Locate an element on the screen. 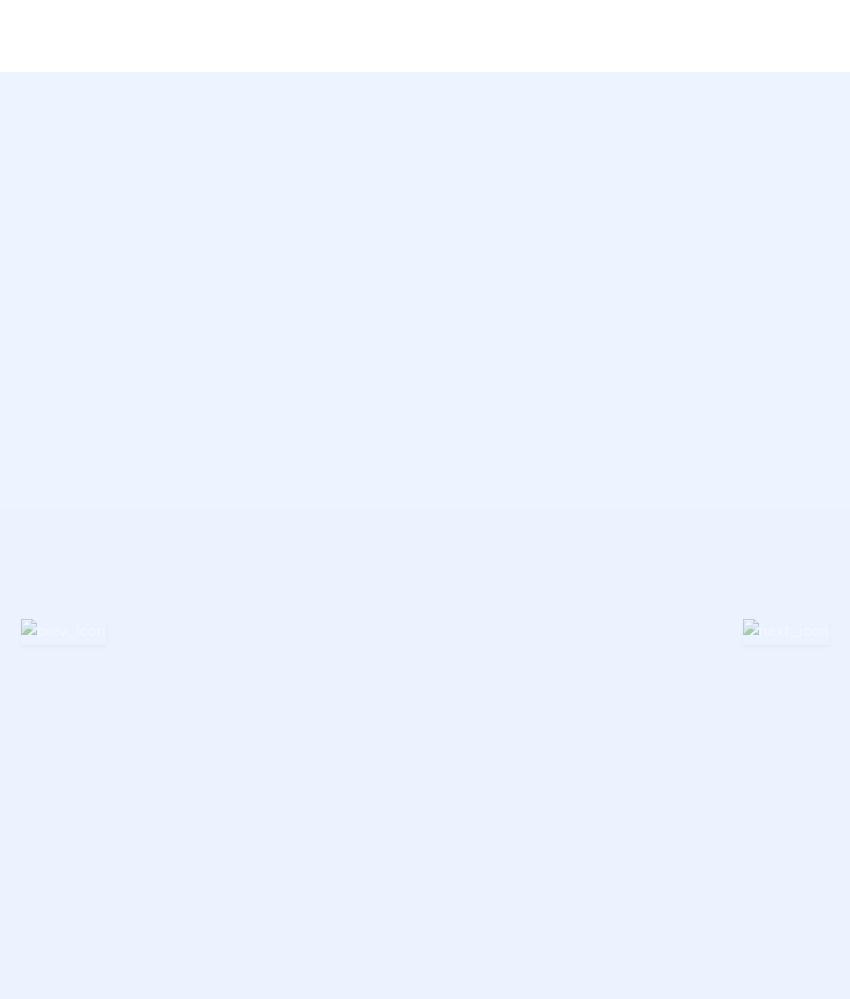 This screenshot has height=999, width=850. 'Buy Now' is located at coordinates (120, 493).